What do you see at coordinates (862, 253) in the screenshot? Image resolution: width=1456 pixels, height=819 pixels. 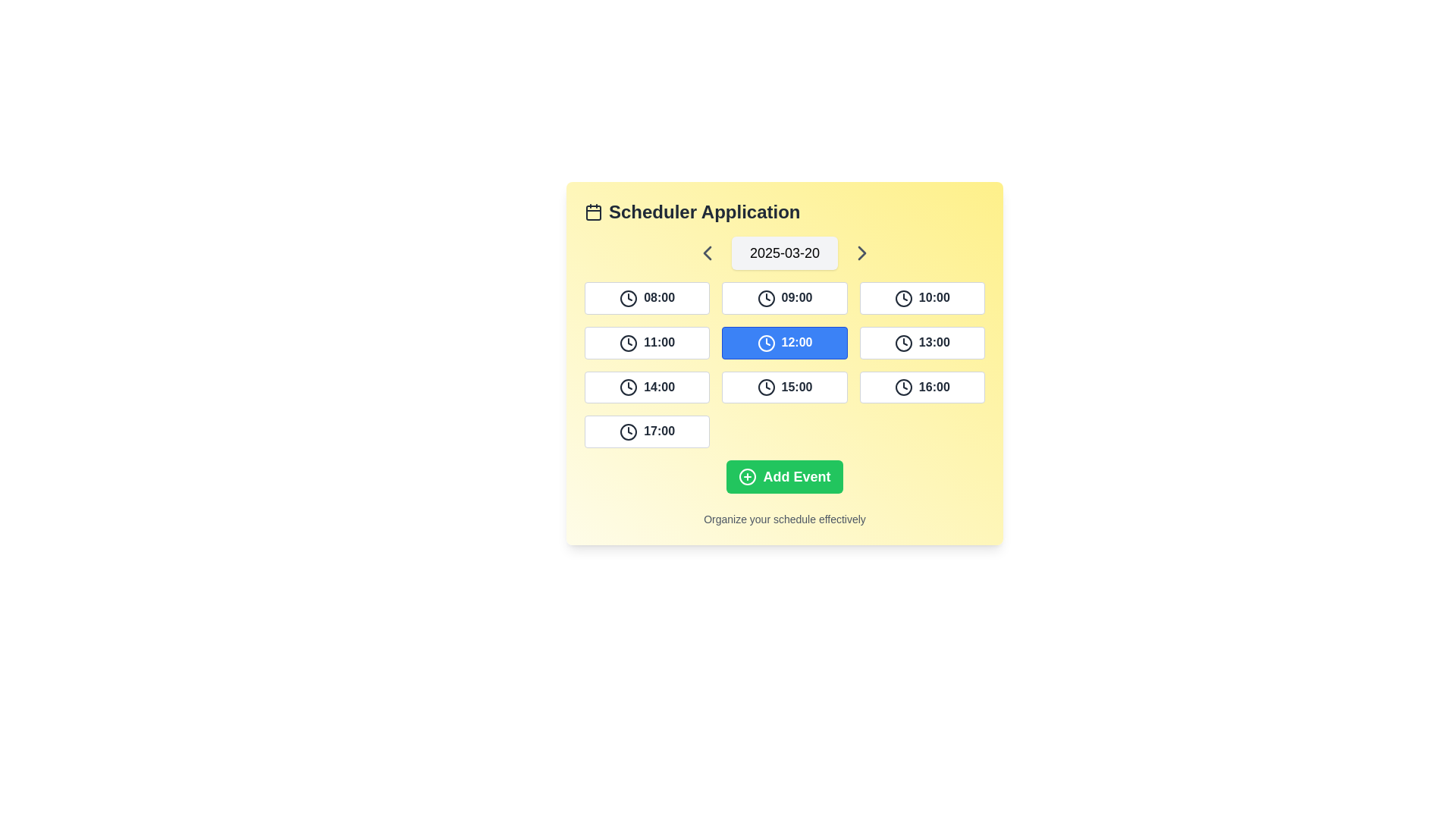 I see `the rightward navigation chevron icon located next to the date input field displaying '2025-03-20' in the Scheduler Application` at bounding box center [862, 253].